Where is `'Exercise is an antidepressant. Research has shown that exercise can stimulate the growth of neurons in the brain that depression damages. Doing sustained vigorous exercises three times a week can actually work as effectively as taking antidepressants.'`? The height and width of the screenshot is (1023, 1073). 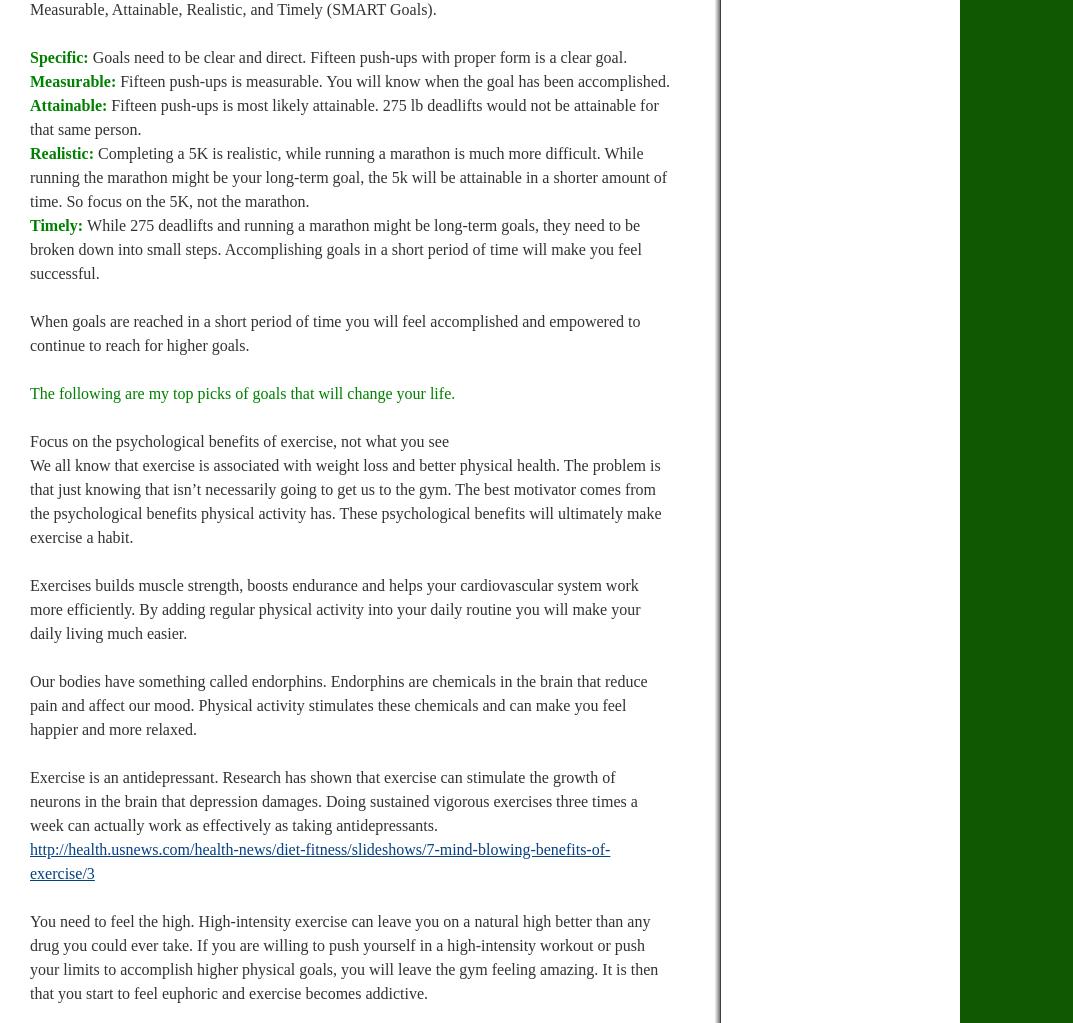 'Exercise is an antidepressant. Research has shown that exercise can stimulate the growth of neurons in the brain that depression damages. Doing sustained vigorous exercises three times a week can actually work as effectively as taking antidepressants.' is located at coordinates (333, 801).